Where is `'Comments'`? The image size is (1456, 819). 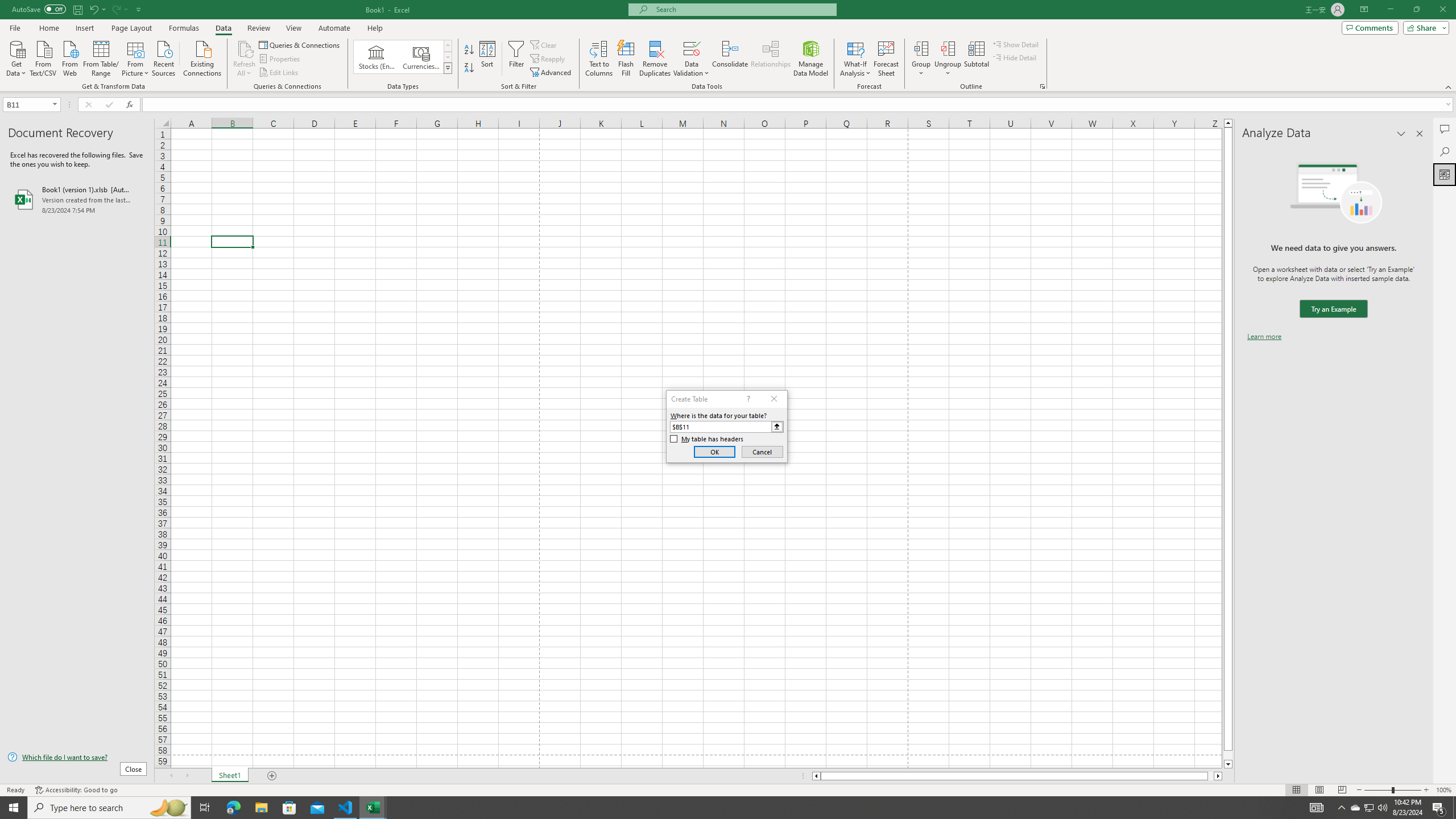
'Comments' is located at coordinates (1370, 27).